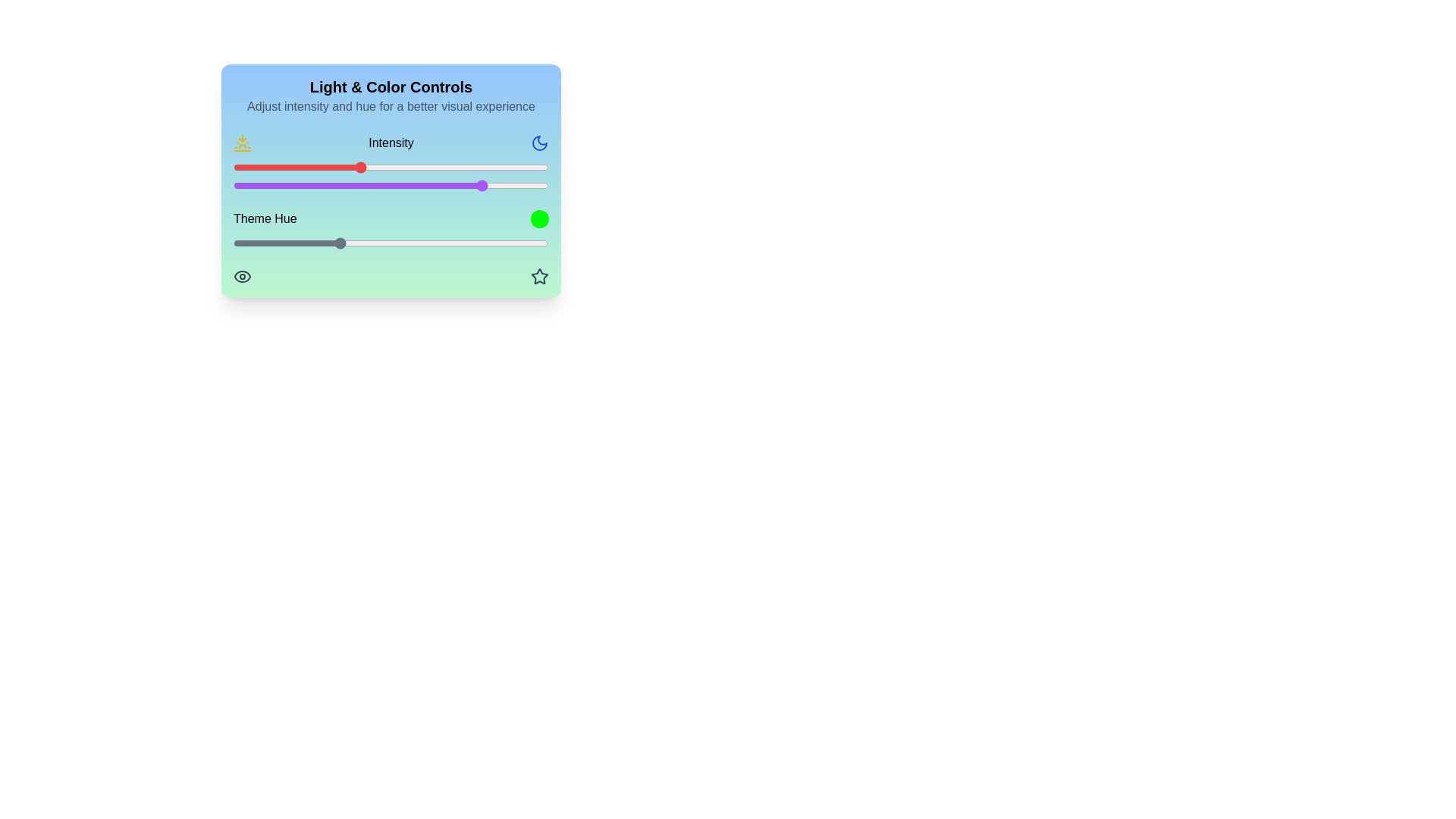 The height and width of the screenshot is (819, 1456). I want to click on intensity, so click(514, 167).